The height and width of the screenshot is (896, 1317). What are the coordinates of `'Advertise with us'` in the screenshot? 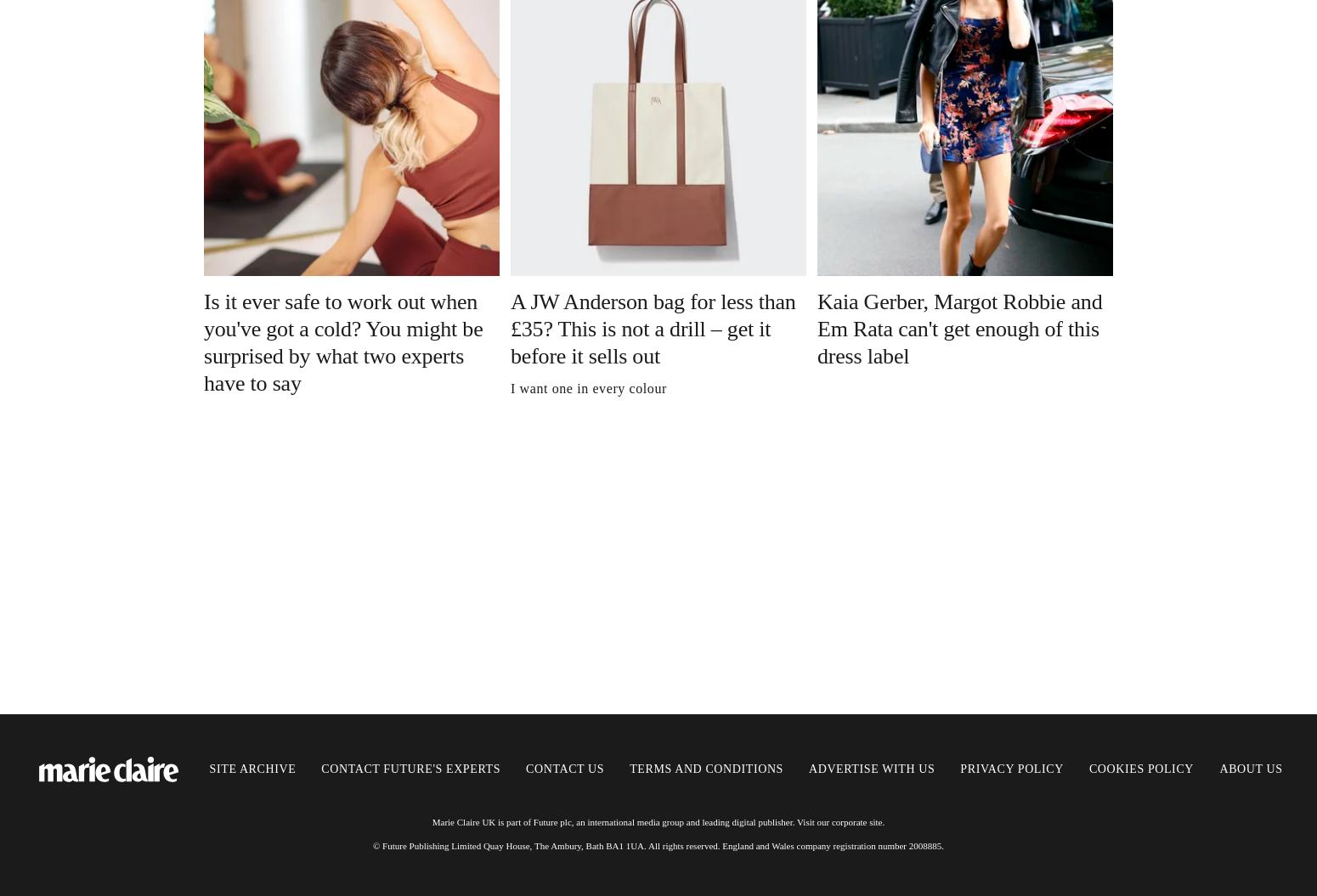 It's located at (871, 768).